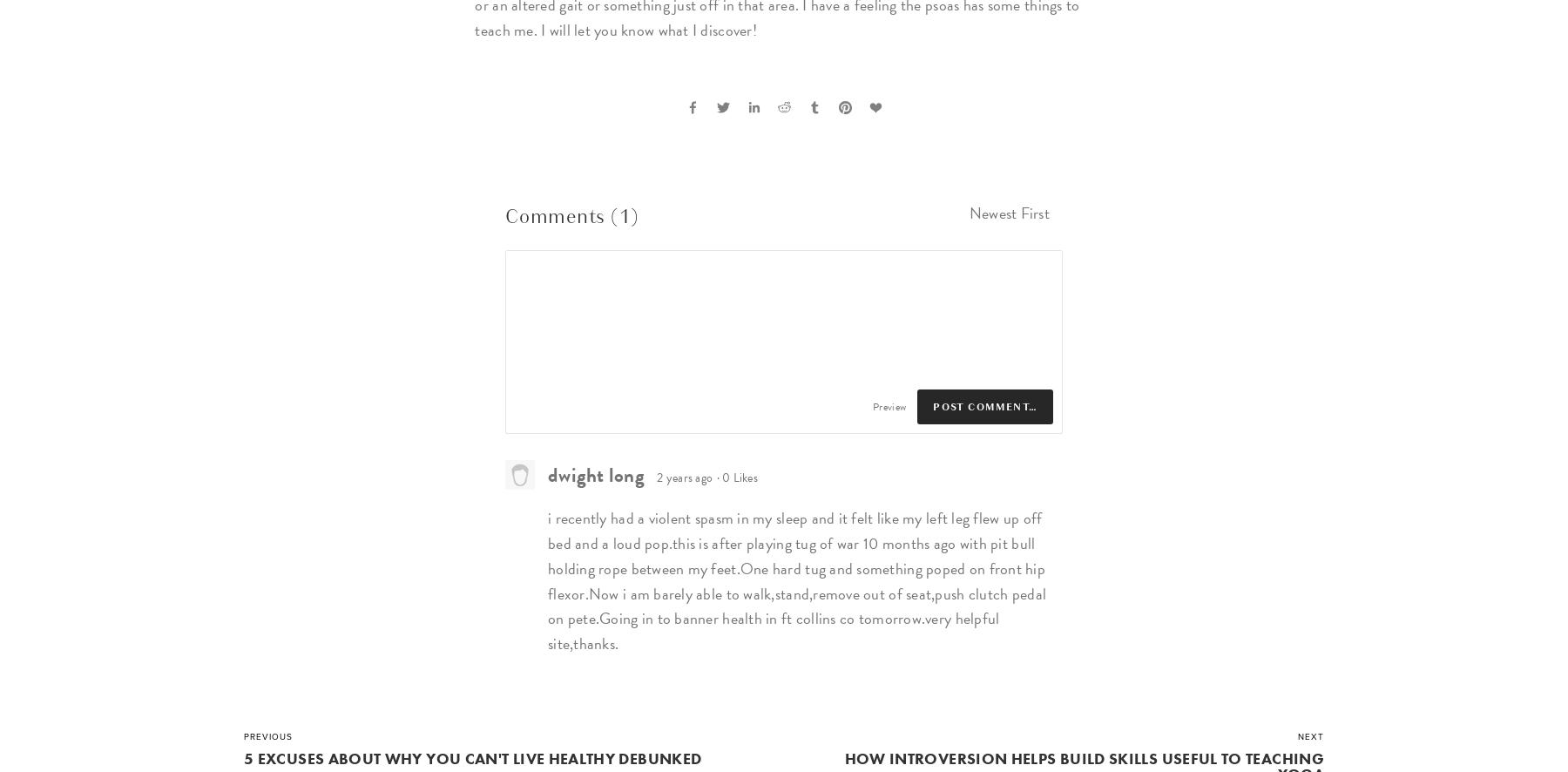 The image size is (1568, 772). I want to click on 'i recently had a violent spasm in my sleep and it felt like my left leg flew up off bed and a loud pop.this is after playing tug of war 10 months ago with pit bull holding rope between my feet.One hard tug and something poped on front hip flexor.Now i am barely able to walk,stand,remove out of seat,push clutch pedal on pete.Going in to banner health in ft collins co tomorrow.very helpful site,thanks.', so click(795, 579).